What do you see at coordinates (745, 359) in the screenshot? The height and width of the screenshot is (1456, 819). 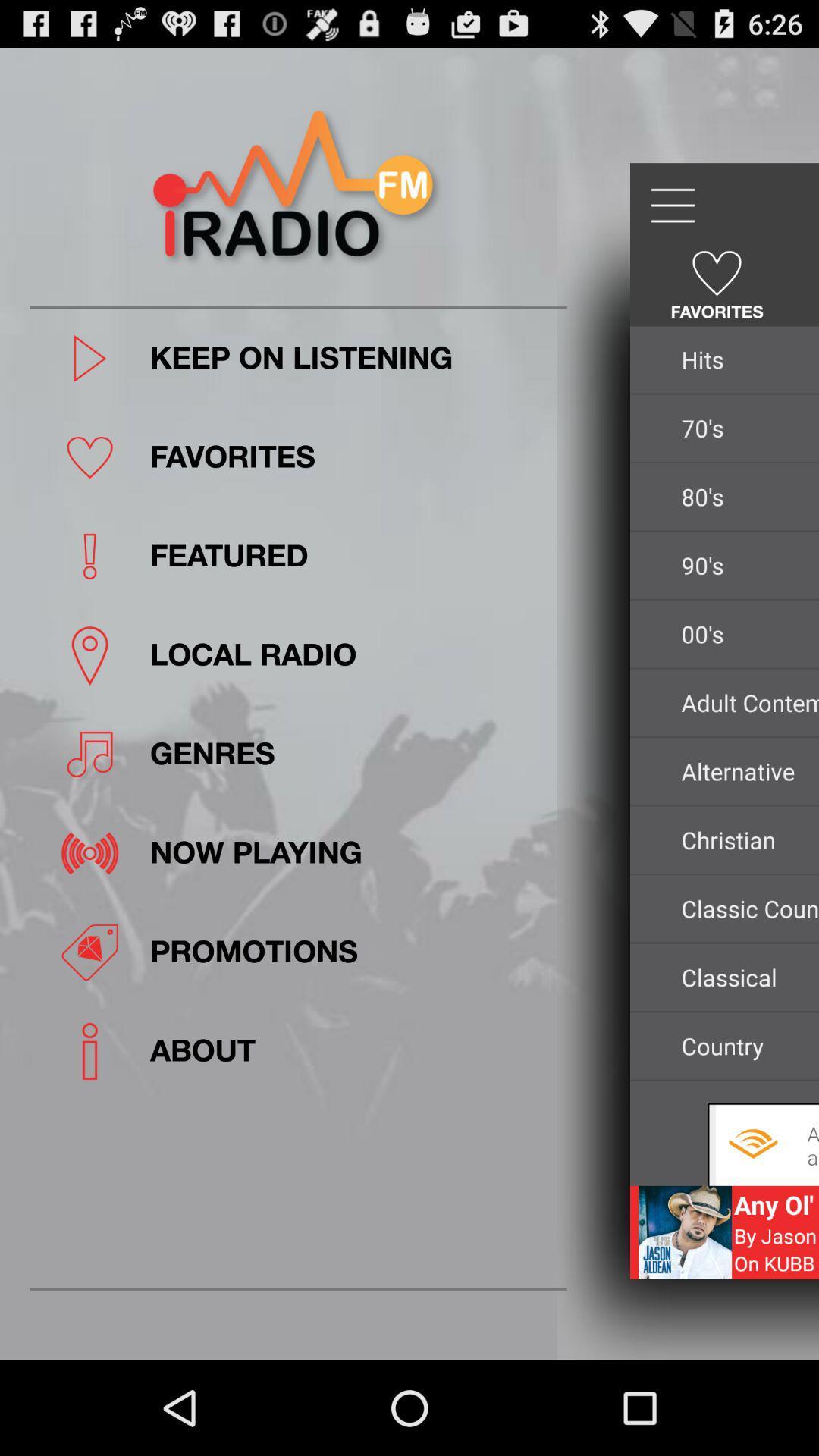 I see `icon to the right of keep on listening icon` at bounding box center [745, 359].